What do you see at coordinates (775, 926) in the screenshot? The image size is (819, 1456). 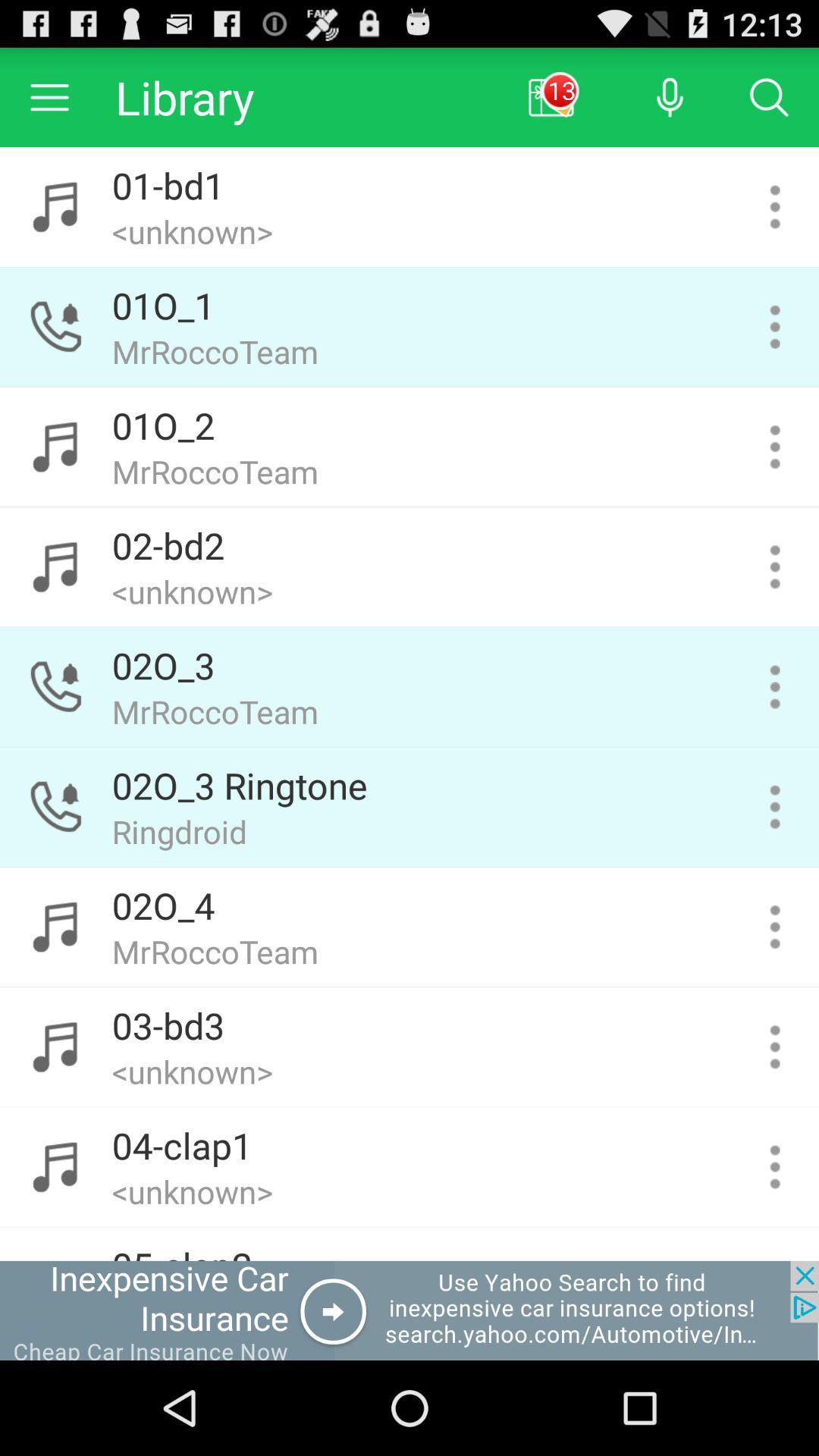 I see `more details` at bounding box center [775, 926].